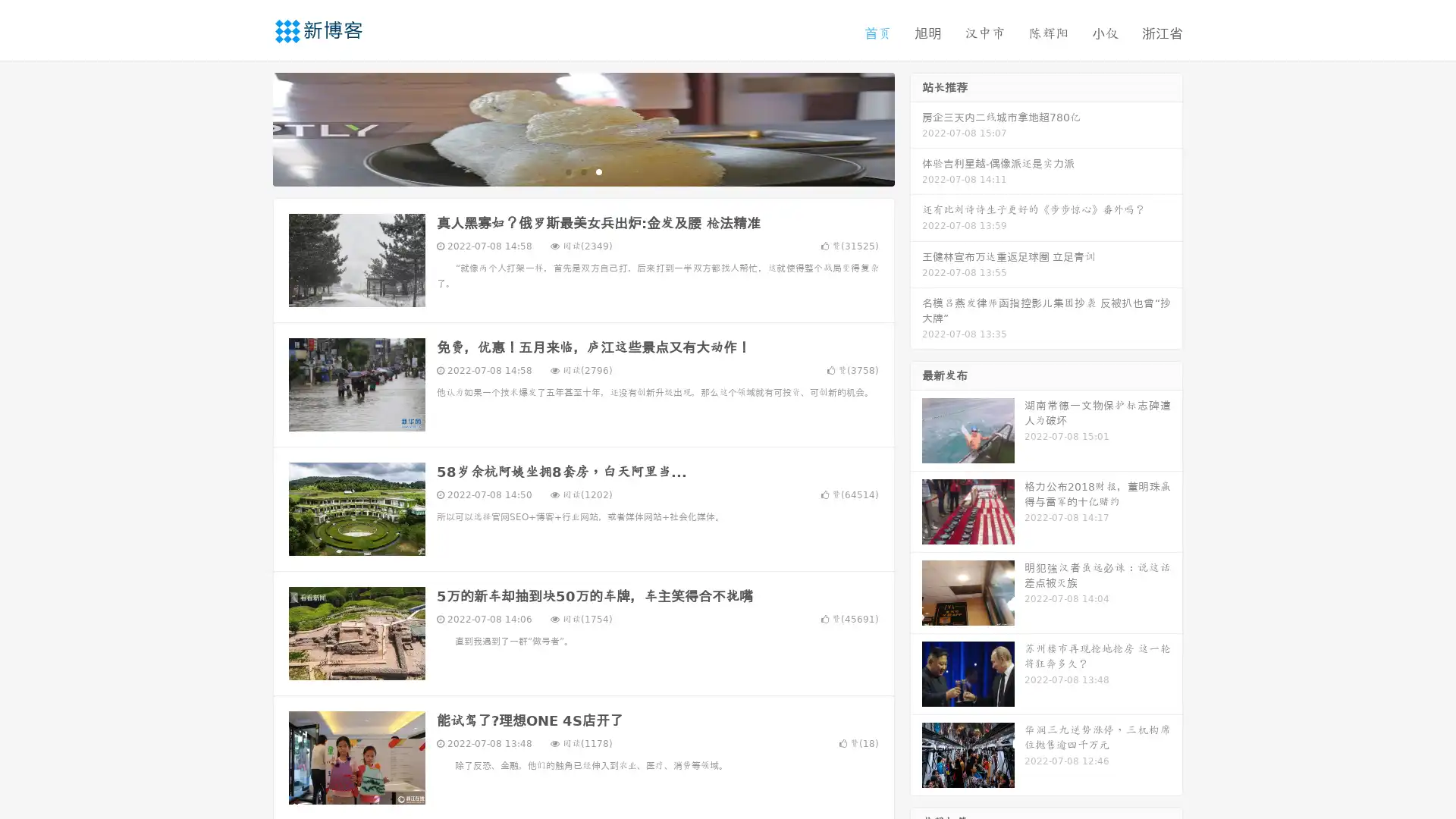 This screenshot has height=819, width=1456. Describe the element at coordinates (567, 171) in the screenshot. I see `Go to slide 1` at that location.